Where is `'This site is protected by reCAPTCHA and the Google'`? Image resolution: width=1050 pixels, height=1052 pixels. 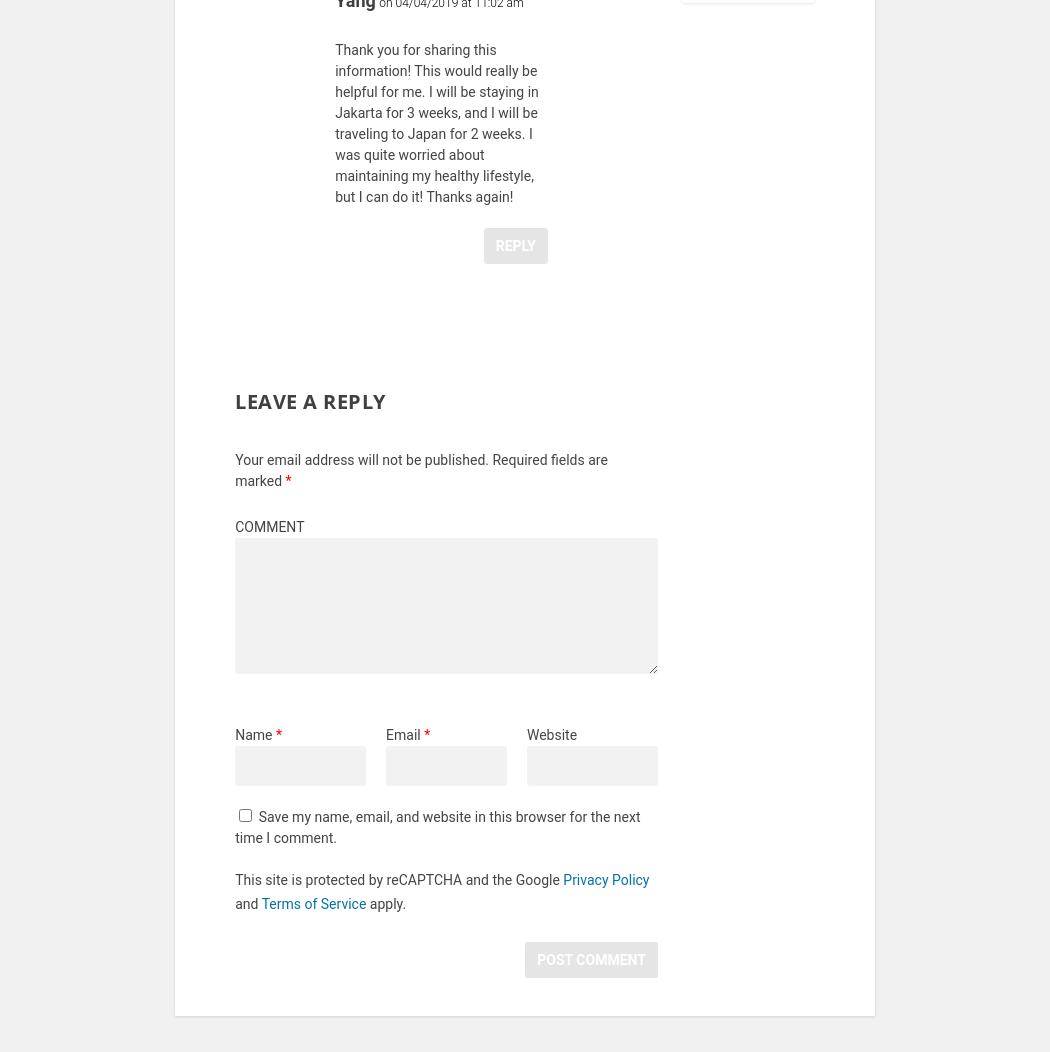
'This site is protected by reCAPTCHA and the Google' is located at coordinates (399, 893).